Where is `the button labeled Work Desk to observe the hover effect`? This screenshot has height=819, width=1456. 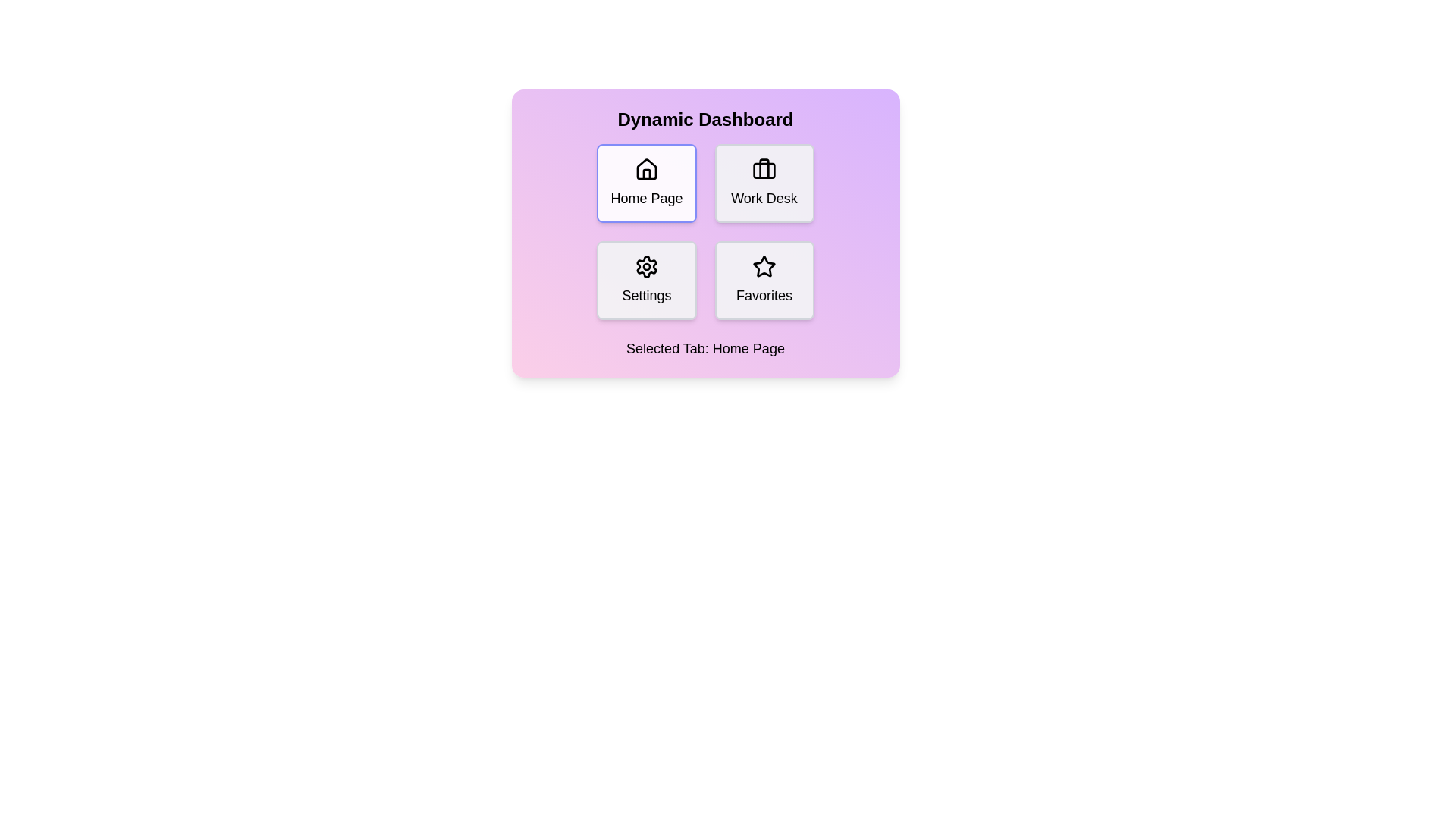 the button labeled Work Desk to observe the hover effect is located at coordinates (764, 183).